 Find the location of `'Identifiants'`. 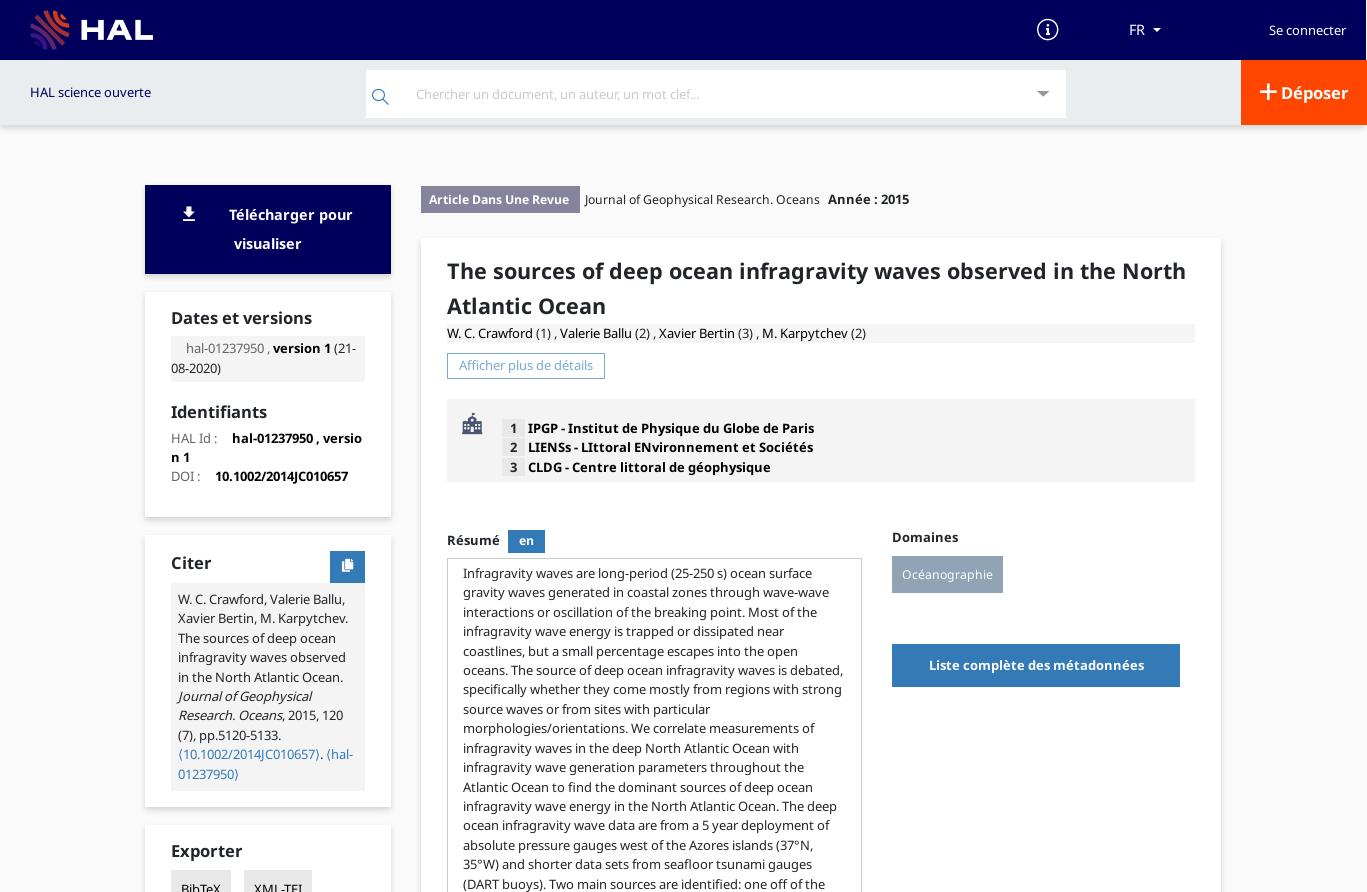

'Identifiants' is located at coordinates (217, 409).